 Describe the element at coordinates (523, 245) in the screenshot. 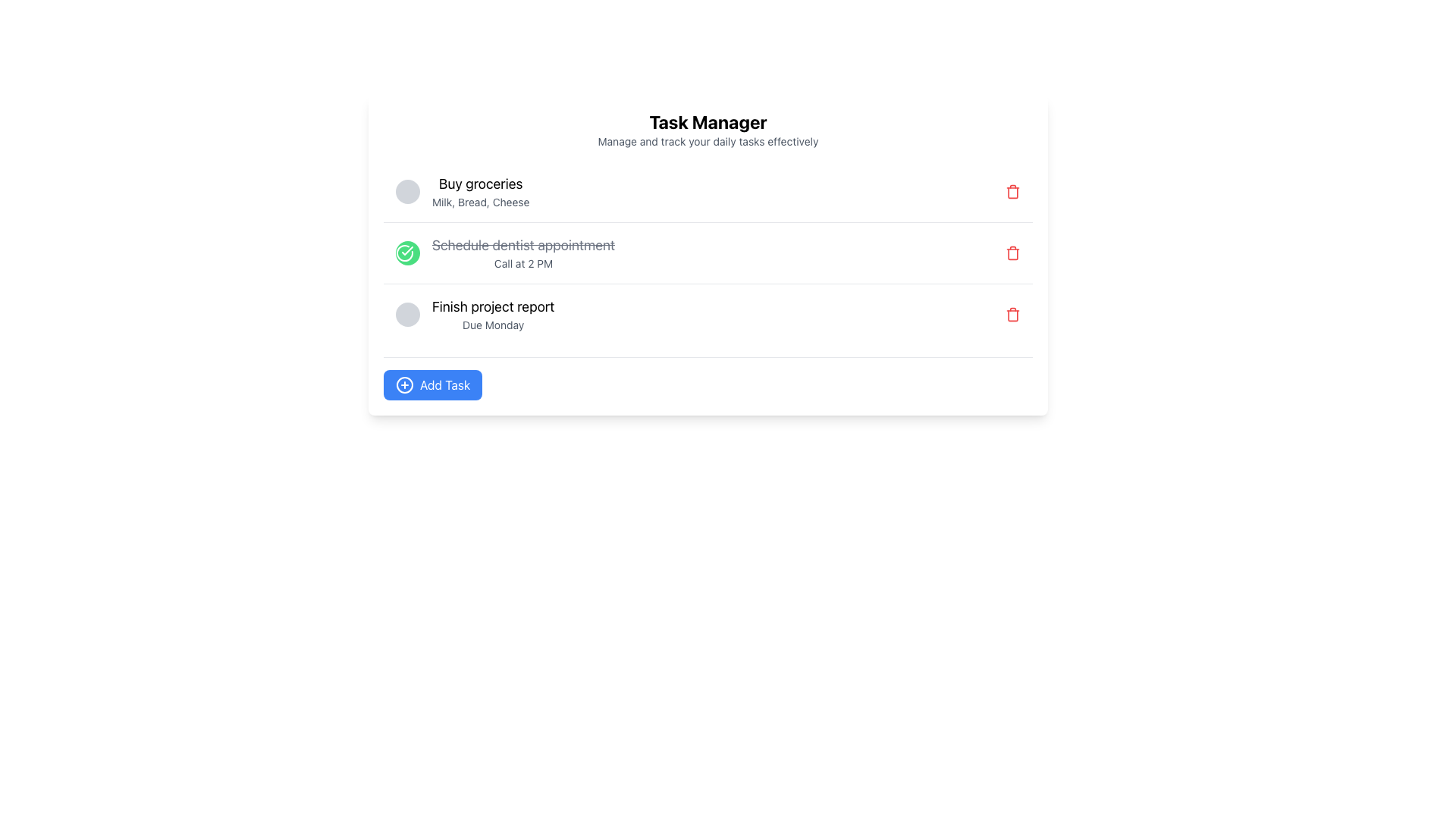

I see `the strikethrough text label displaying 'Schedule dentist appointment' to select the text, which indicates a completed task` at that location.